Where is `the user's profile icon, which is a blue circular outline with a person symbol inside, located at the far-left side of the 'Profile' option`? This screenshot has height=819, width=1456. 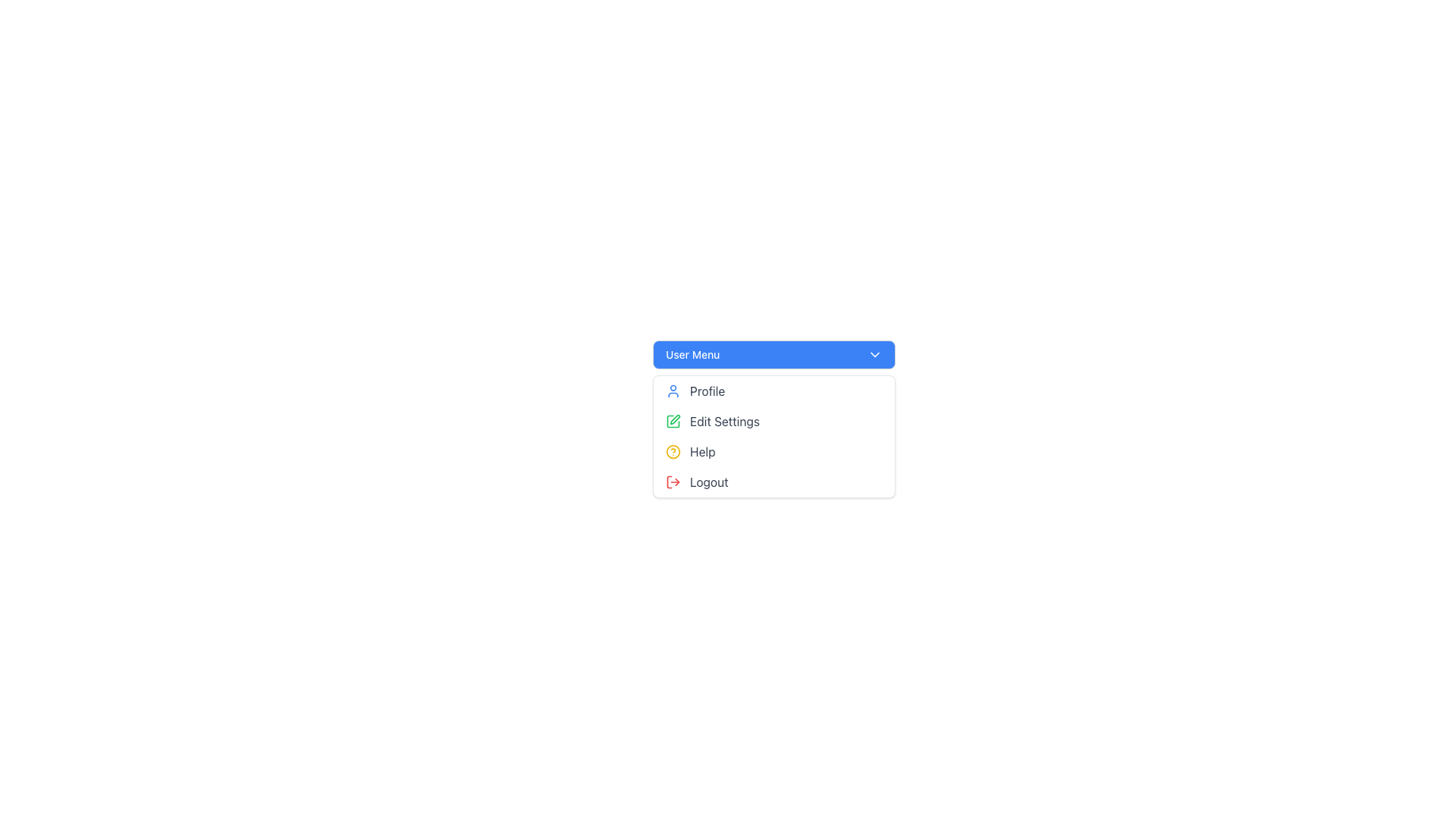 the user's profile icon, which is a blue circular outline with a person symbol inside, located at the far-left side of the 'Profile' option is located at coordinates (673, 391).